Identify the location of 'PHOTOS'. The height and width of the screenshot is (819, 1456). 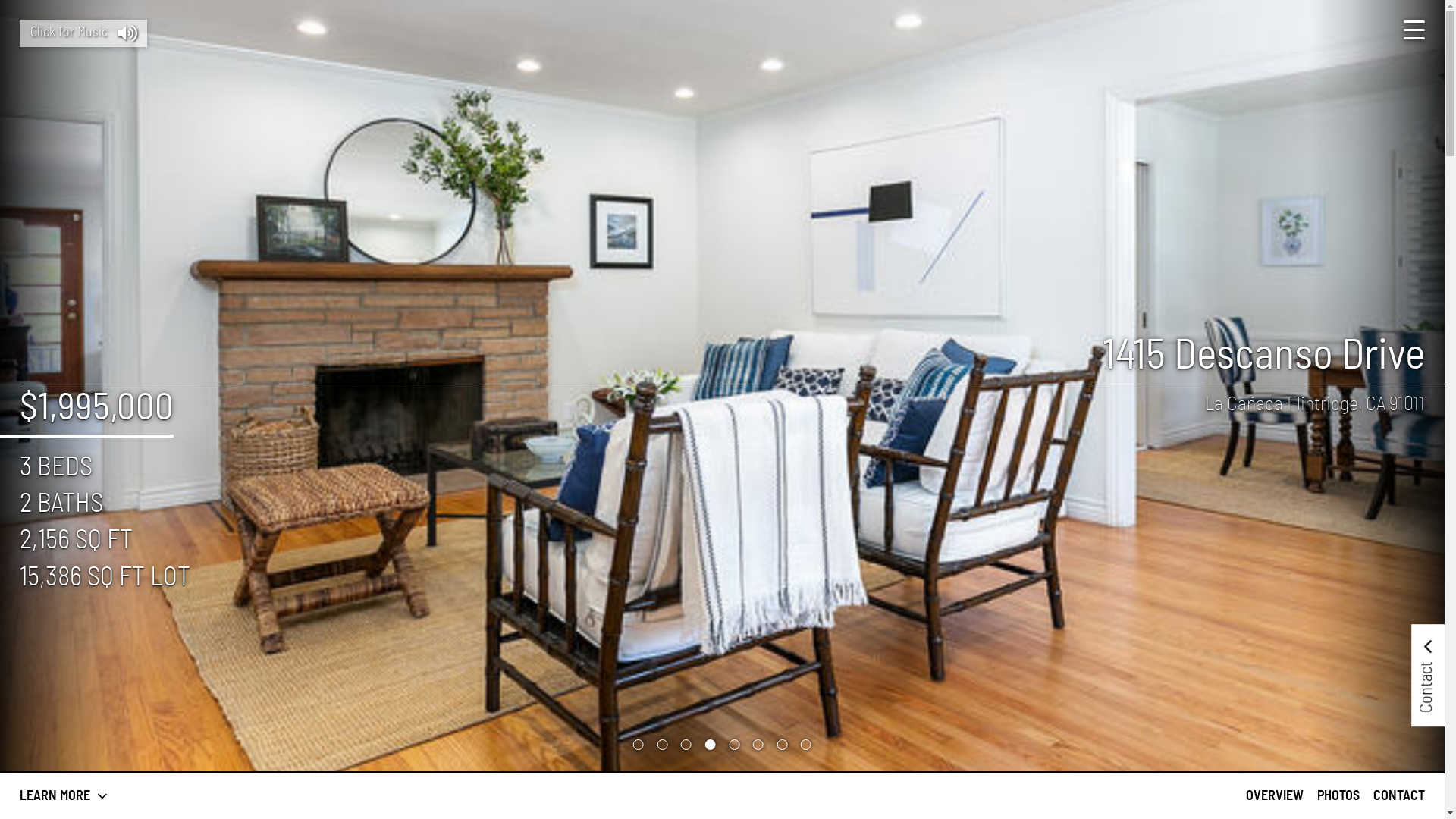
(1316, 795).